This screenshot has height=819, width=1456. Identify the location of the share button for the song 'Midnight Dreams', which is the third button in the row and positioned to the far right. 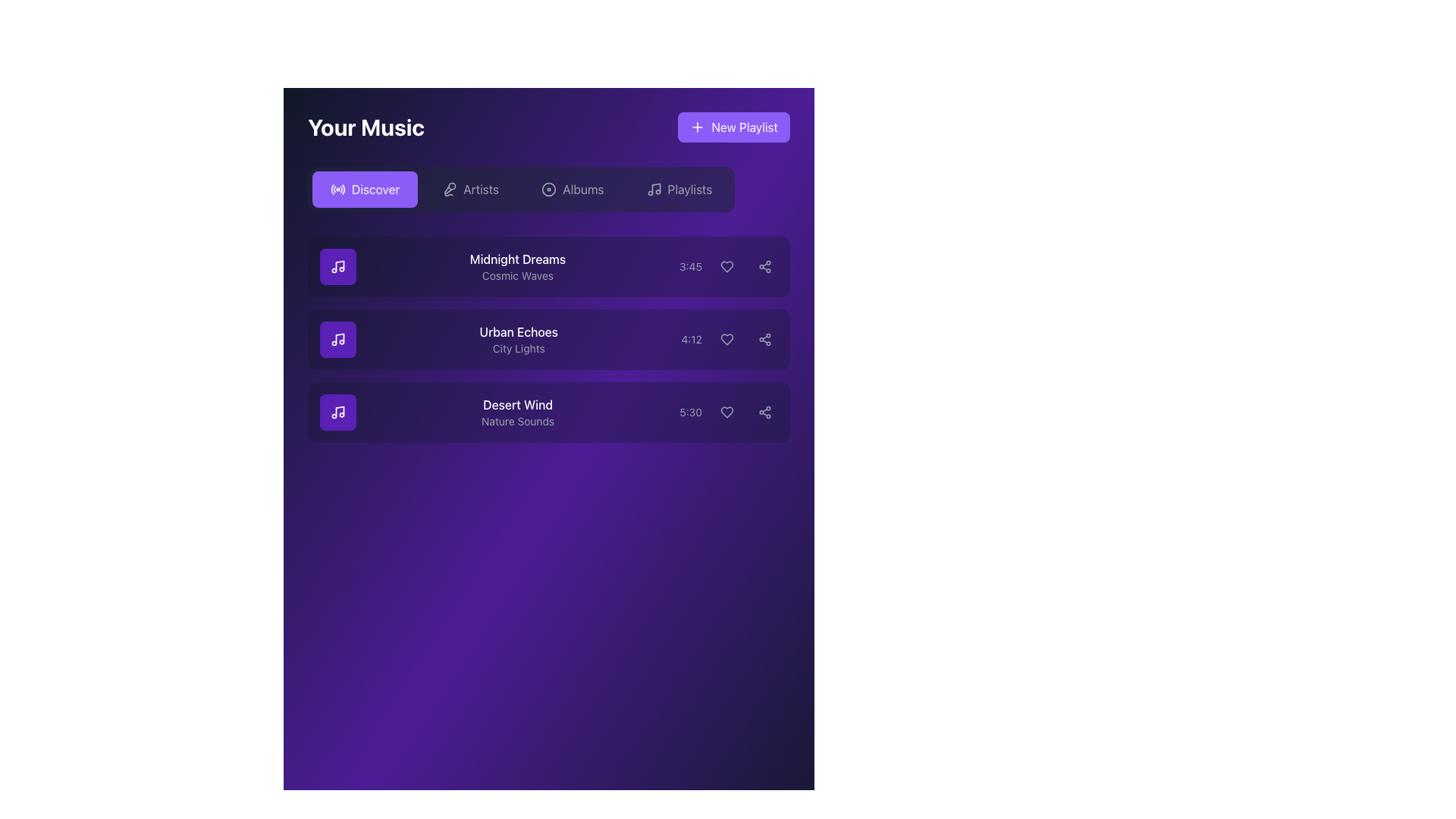
(764, 265).